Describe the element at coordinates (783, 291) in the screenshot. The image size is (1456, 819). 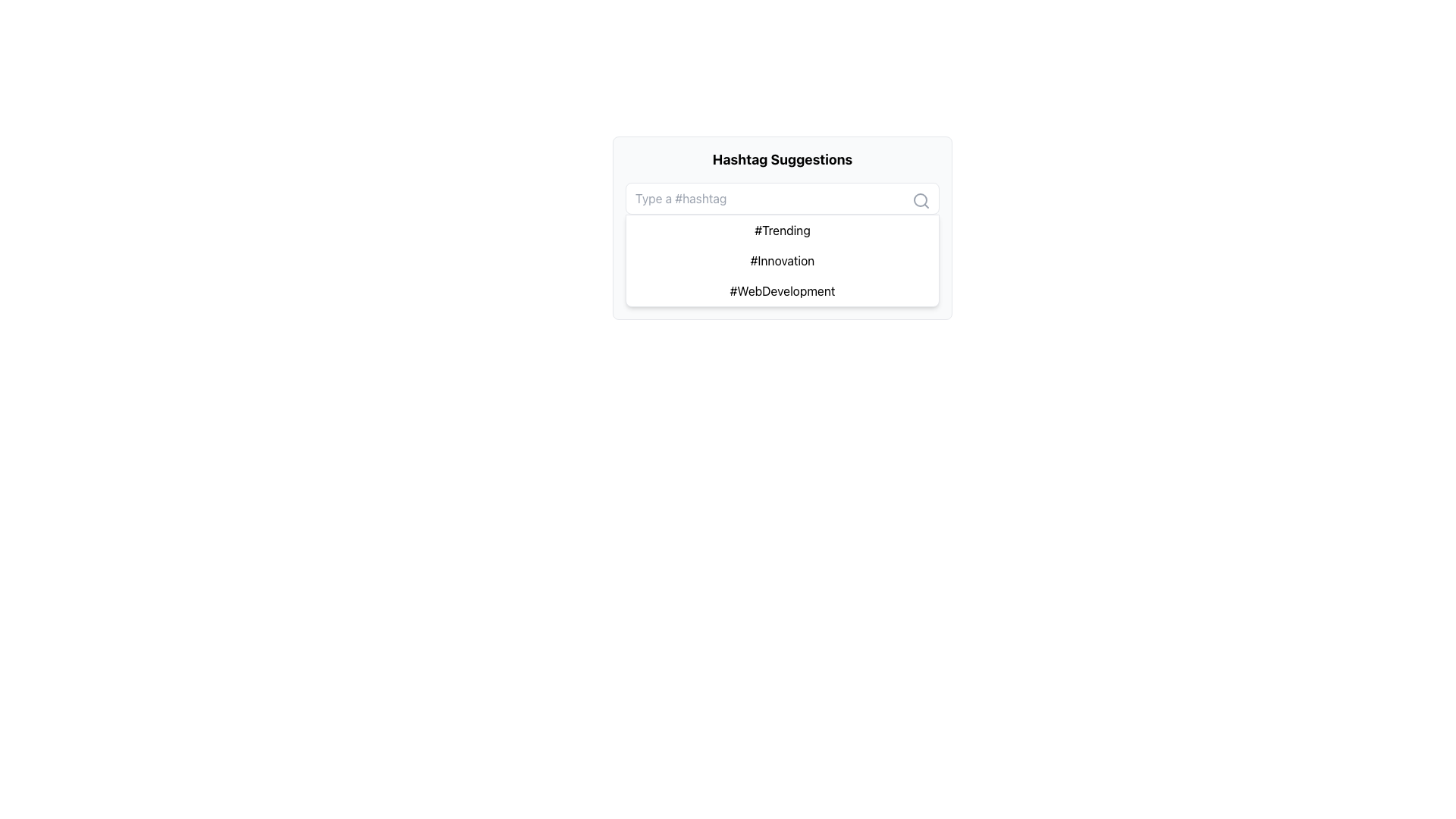
I see `the hashtag suggestion element labeled '#WebDevelopment'` at that location.